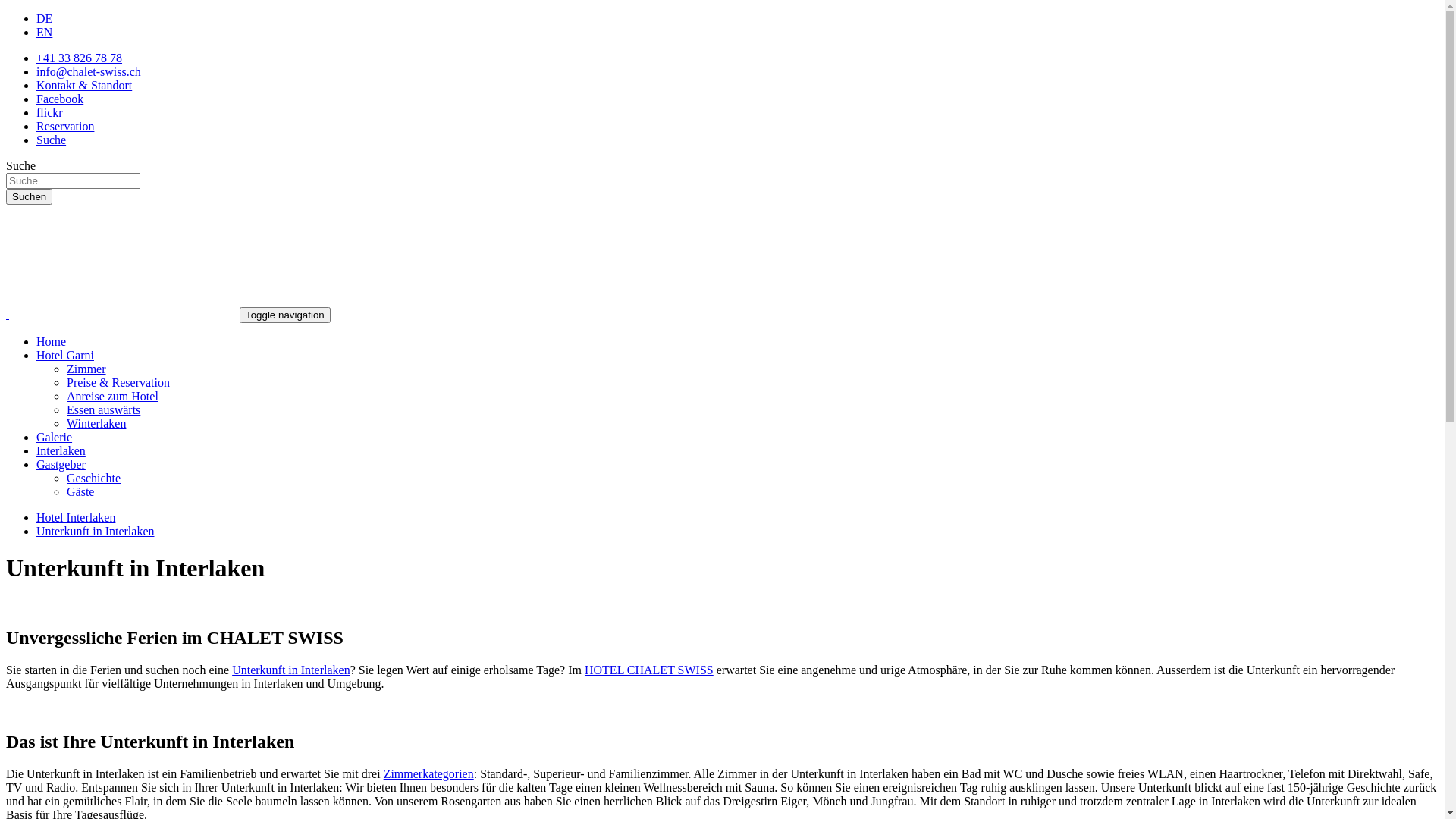 Image resolution: width=1456 pixels, height=819 pixels. Describe the element at coordinates (29, 196) in the screenshot. I see `'Suchen'` at that location.